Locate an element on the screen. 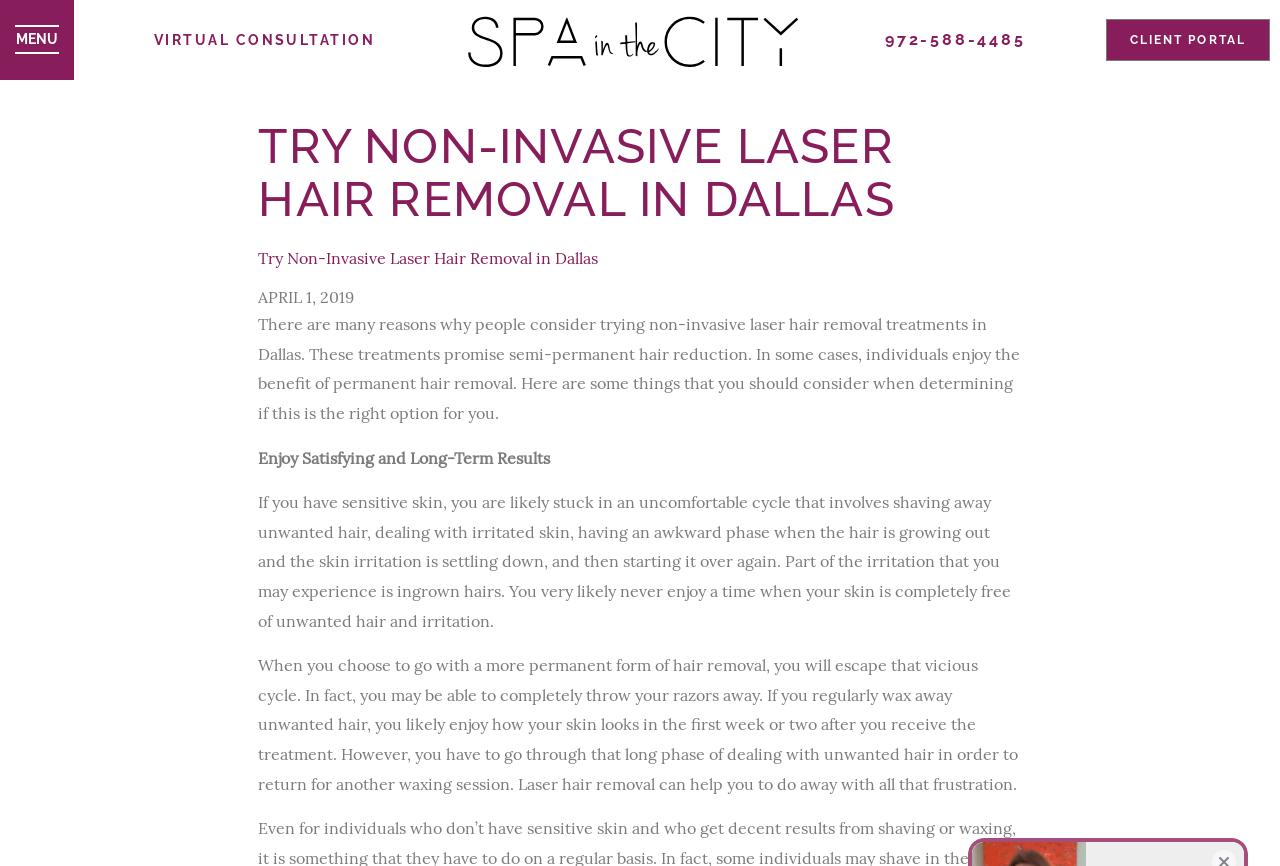  'Menu' is located at coordinates (36, 38).